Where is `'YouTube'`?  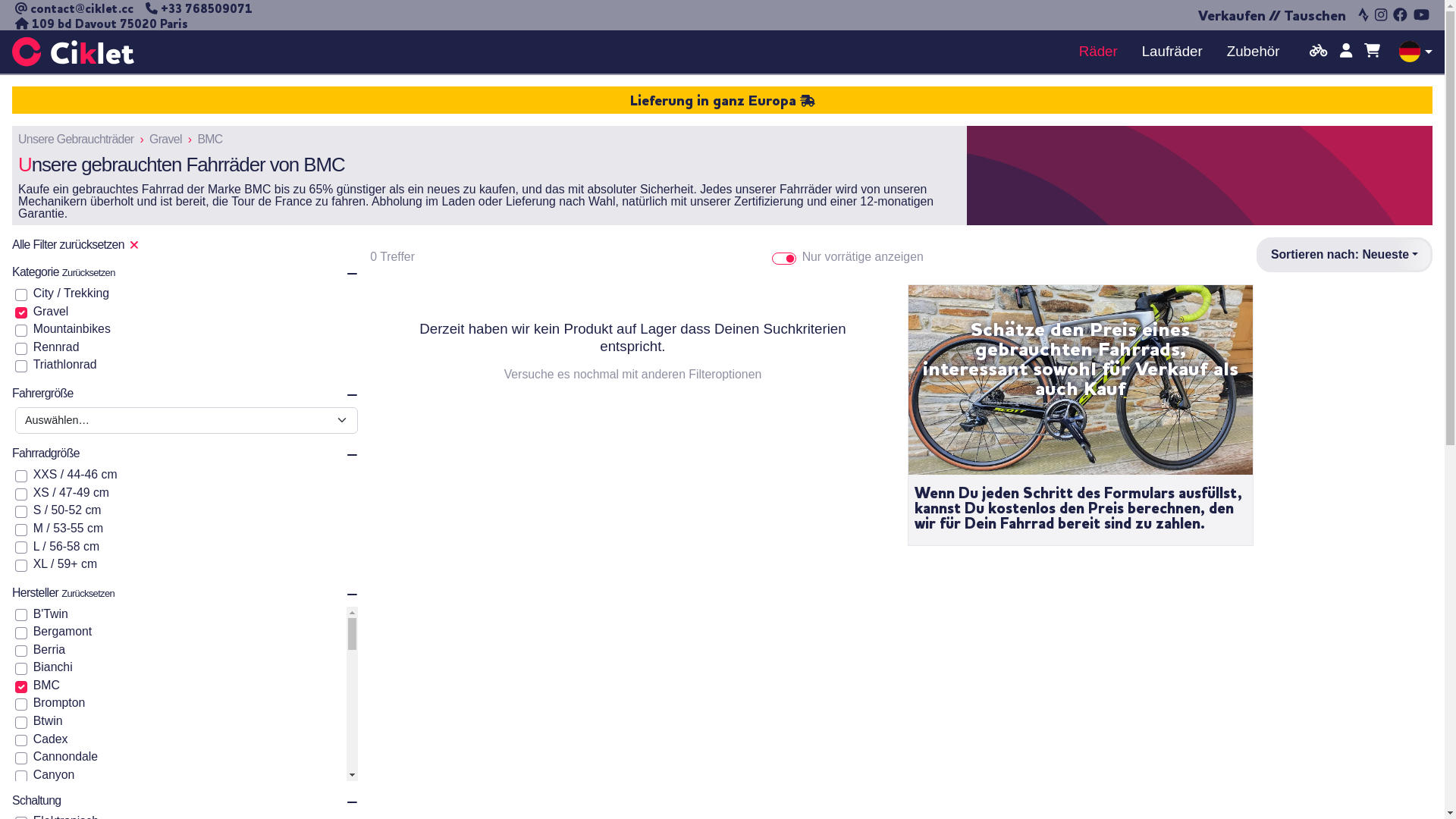 'YouTube' is located at coordinates (1420, 17).